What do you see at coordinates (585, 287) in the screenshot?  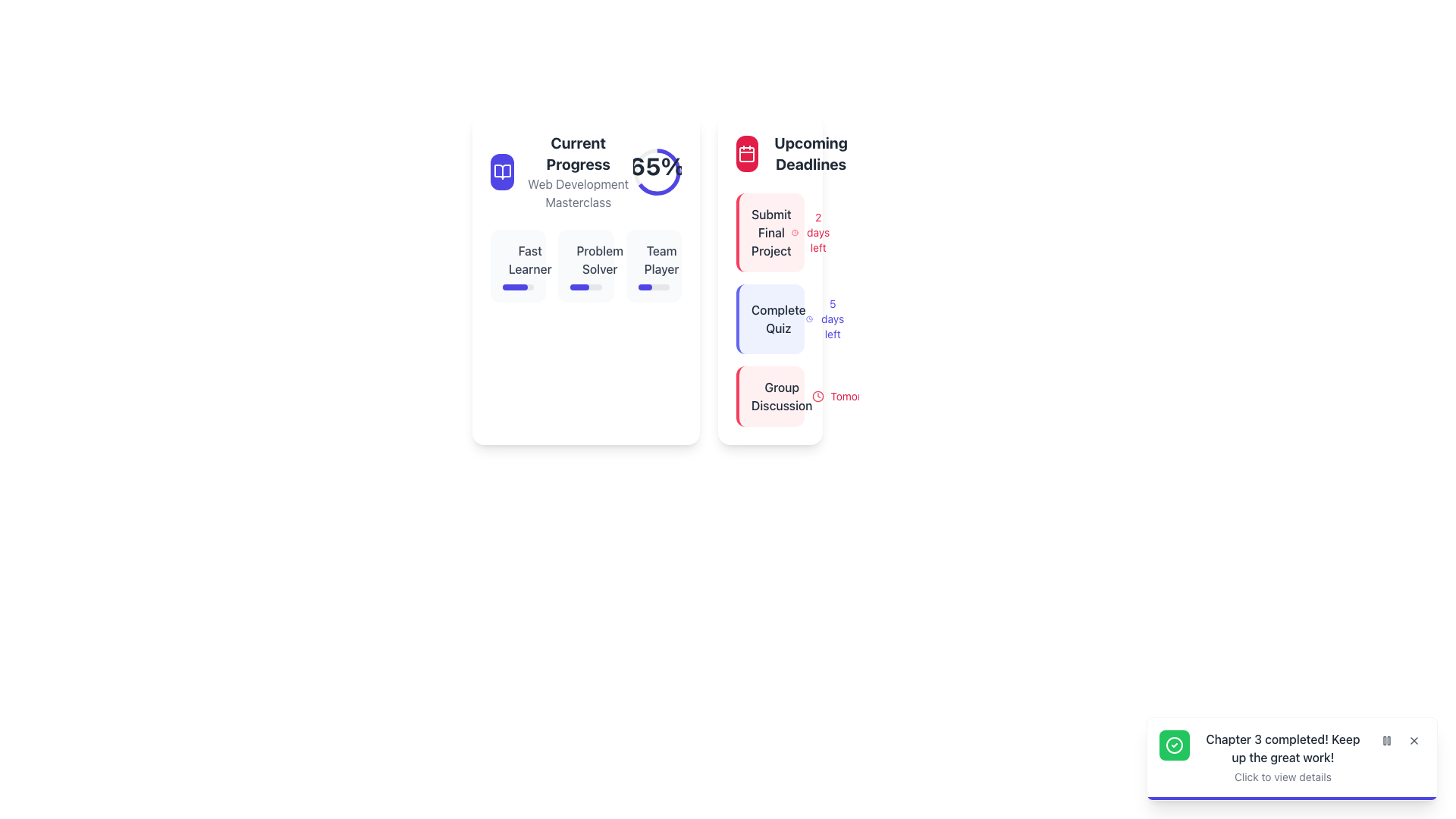 I see `progress bar that visually represents completion progress for the 'Problem Solver' metric, located below the 'Problem Solver' label in the 'Current Progress' panel` at bounding box center [585, 287].